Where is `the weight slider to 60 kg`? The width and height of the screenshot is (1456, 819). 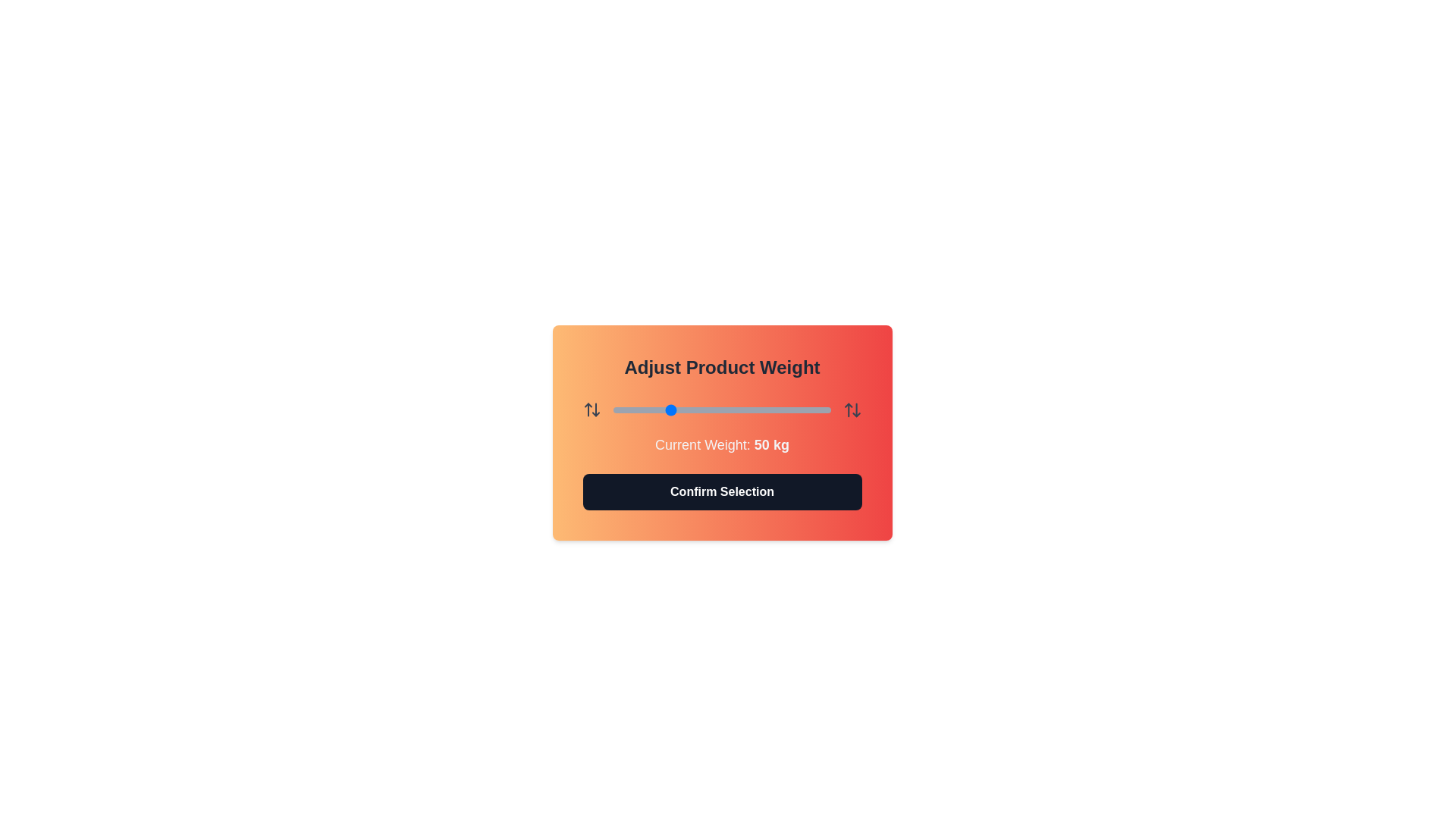 the weight slider to 60 kg is located at coordinates (678, 409).